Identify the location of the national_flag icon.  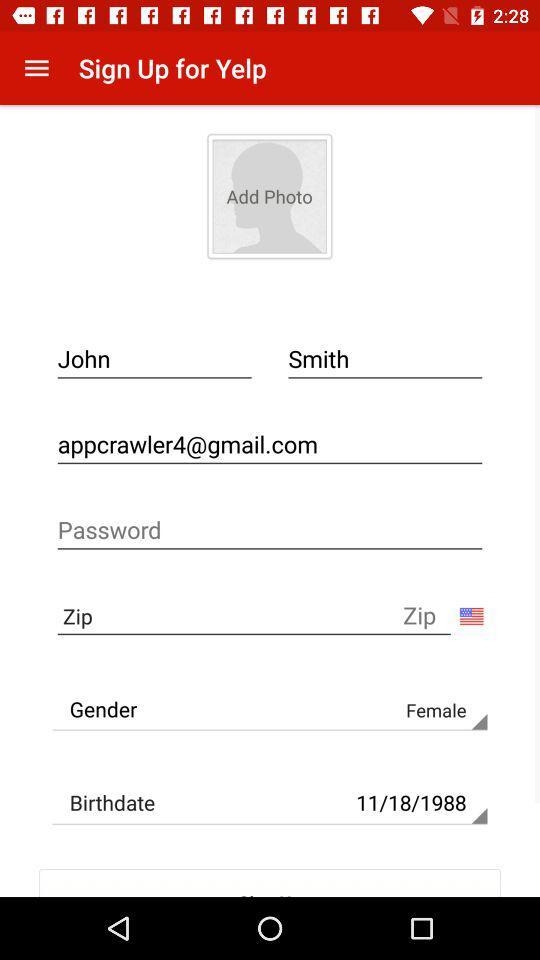
(471, 614).